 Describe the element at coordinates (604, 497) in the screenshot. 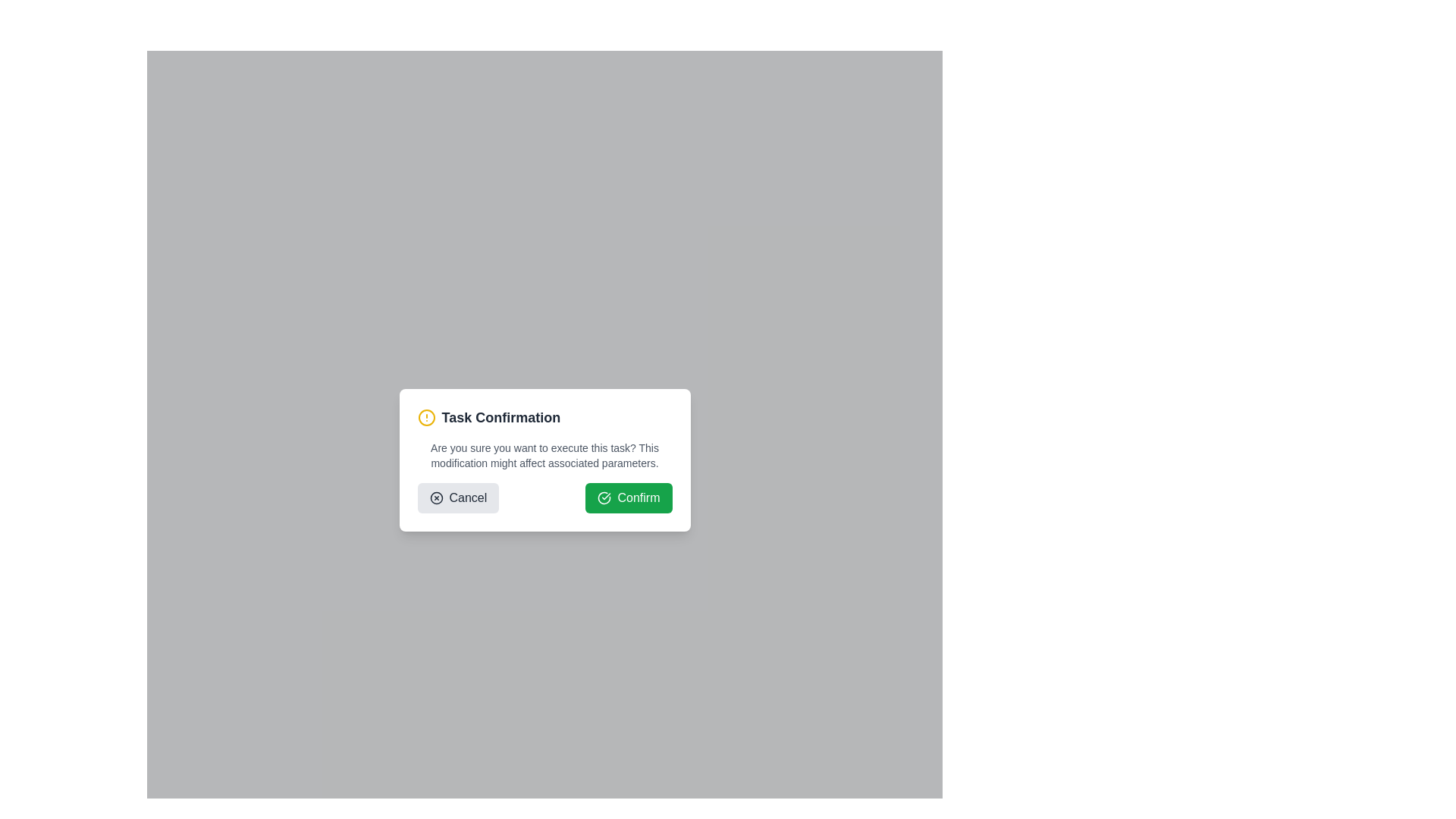

I see `the confirmation icon, which is represented by a green circular outline with a check mark inside, located to the left of the text 'Confirm' within the 'Confirm' button at the bottom right of the dialog box` at that location.